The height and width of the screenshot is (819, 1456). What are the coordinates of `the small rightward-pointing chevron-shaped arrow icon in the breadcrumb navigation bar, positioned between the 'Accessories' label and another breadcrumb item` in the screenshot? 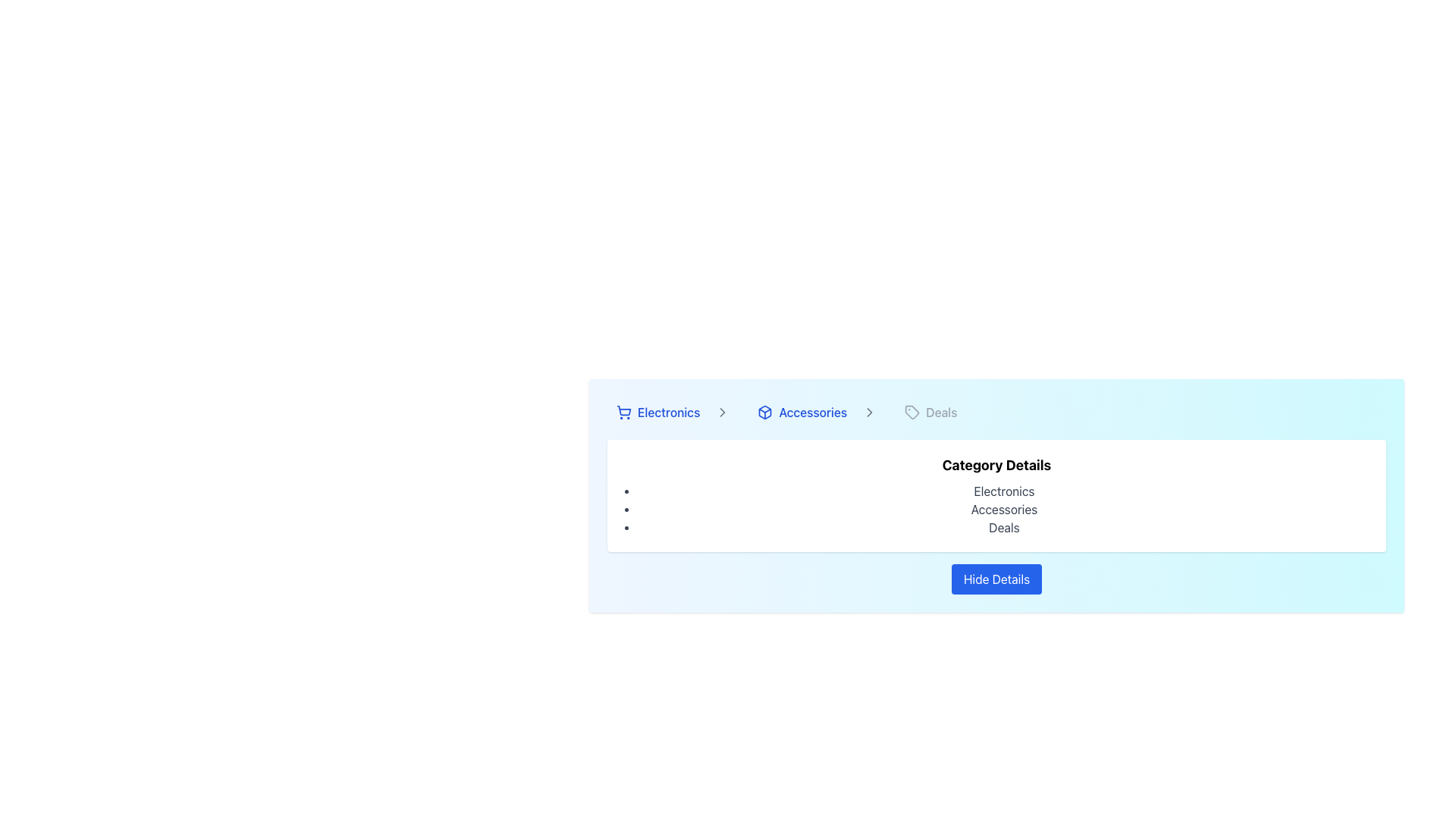 It's located at (722, 412).